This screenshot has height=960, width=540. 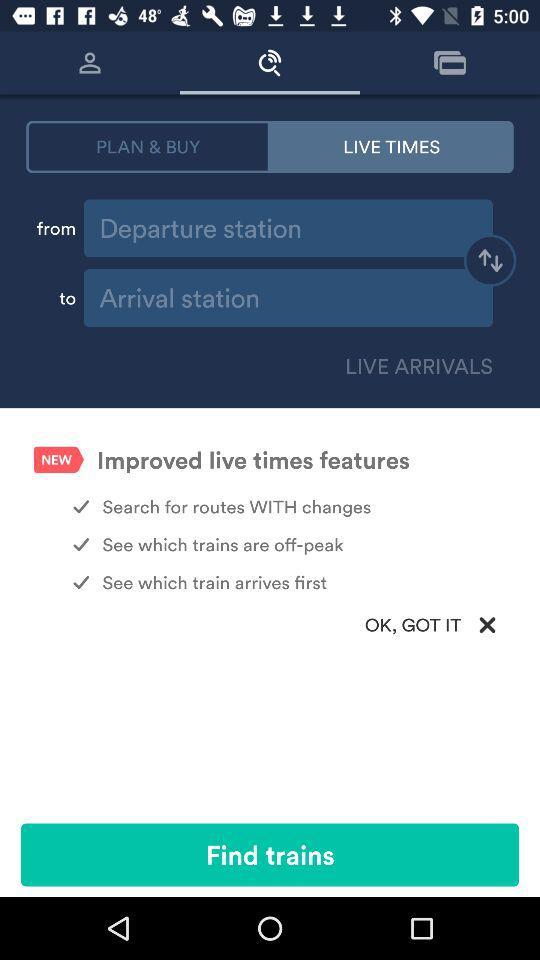 I want to click on type the departure station, so click(x=287, y=228).